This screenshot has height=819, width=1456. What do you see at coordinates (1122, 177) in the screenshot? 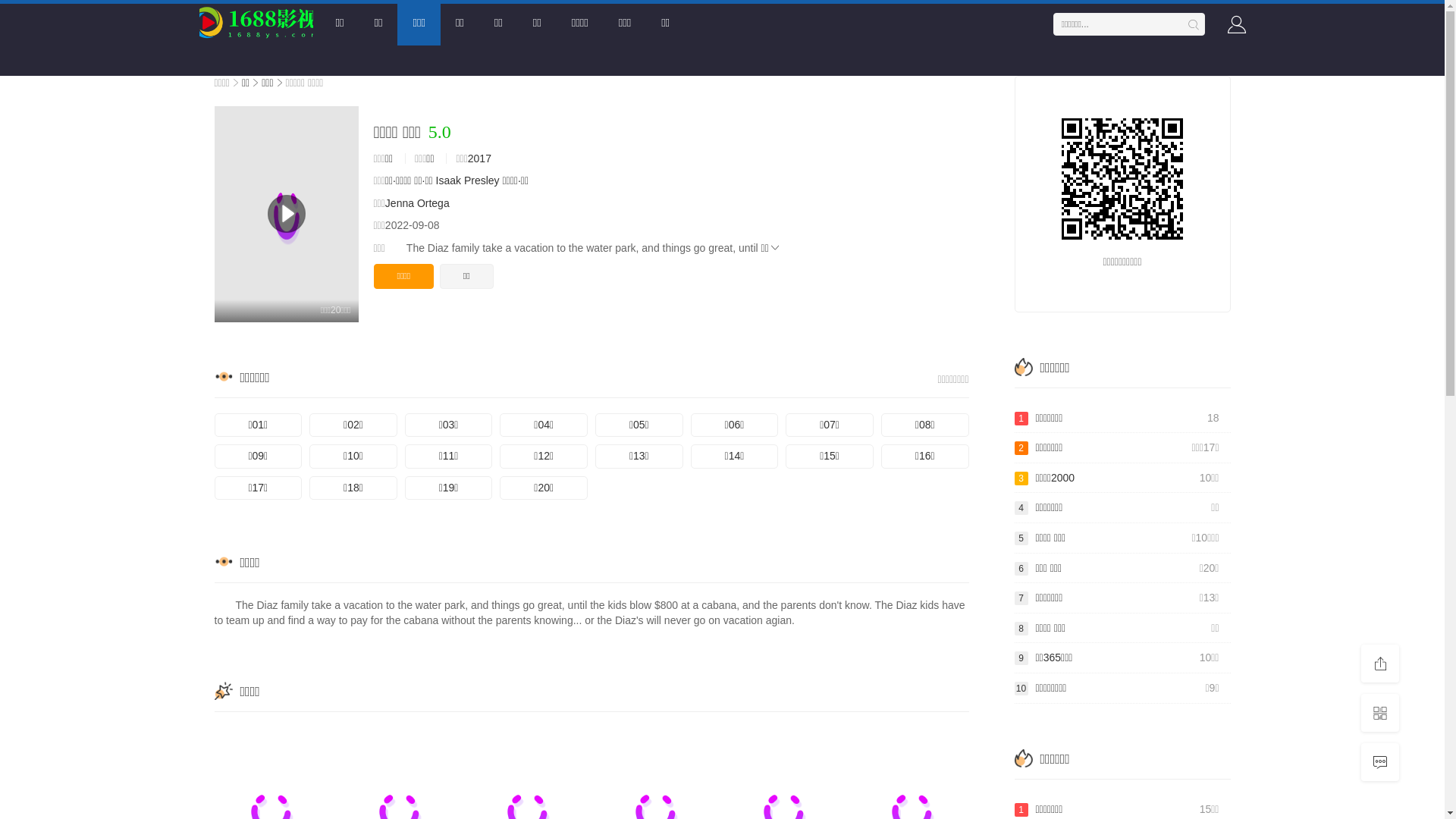
I see `'http://www.1688ys.com/voddetail/181049.html'` at bounding box center [1122, 177].